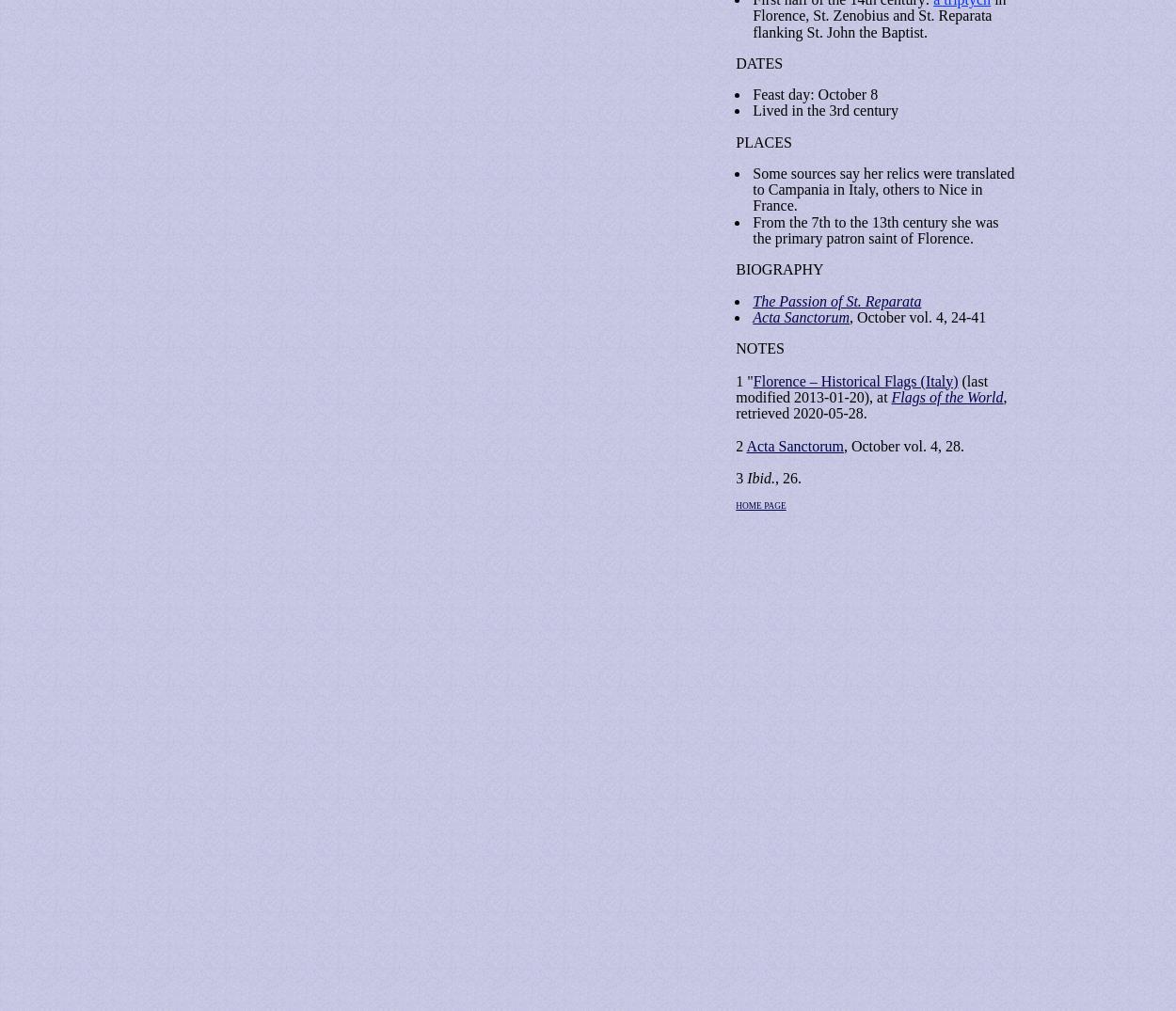  Describe the element at coordinates (736, 387) in the screenshot. I see `'(last modified 2013-01-20), at'` at that location.